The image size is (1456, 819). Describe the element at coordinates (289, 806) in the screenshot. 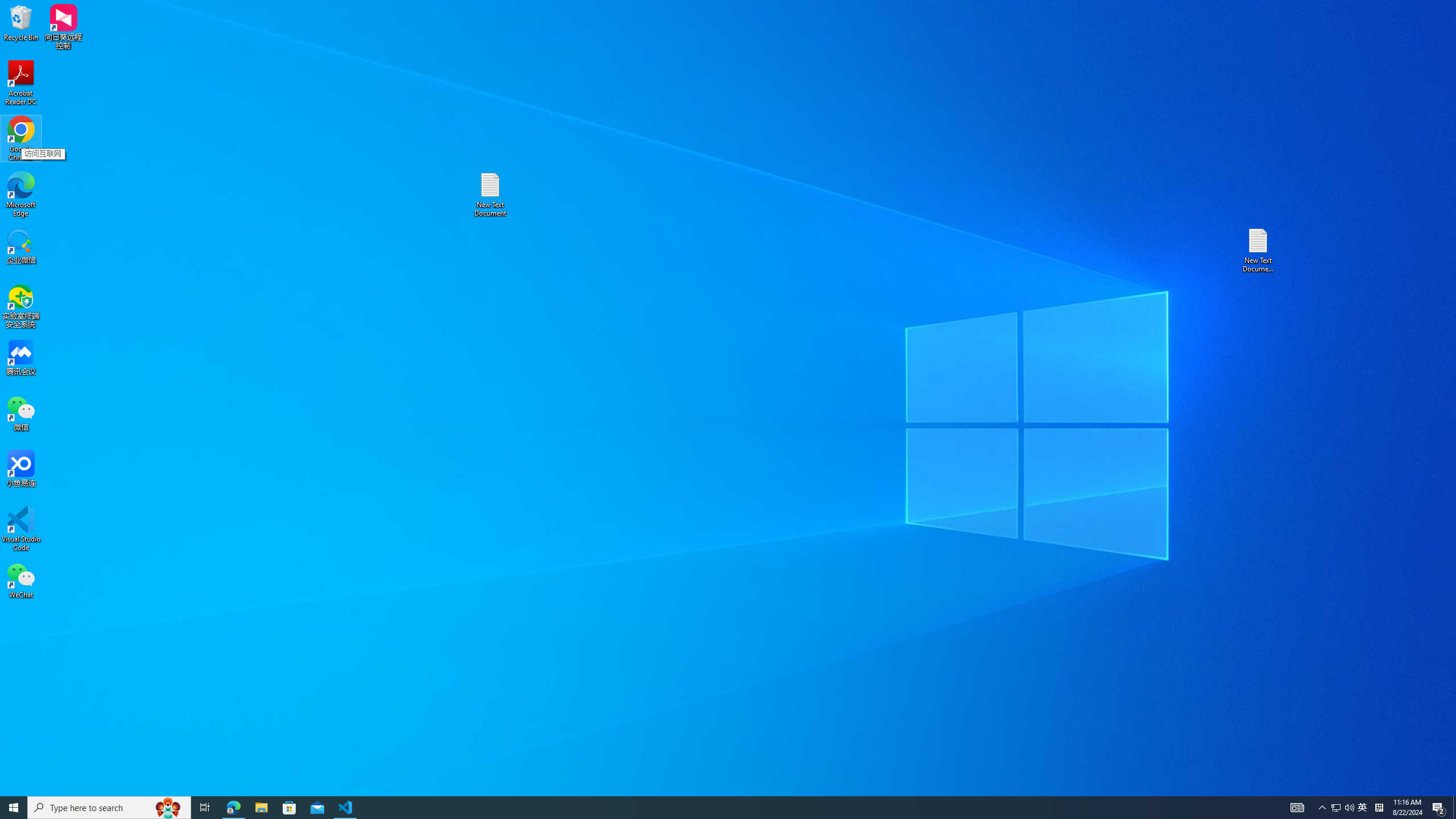

I see `'Microsoft Store'` at that location.